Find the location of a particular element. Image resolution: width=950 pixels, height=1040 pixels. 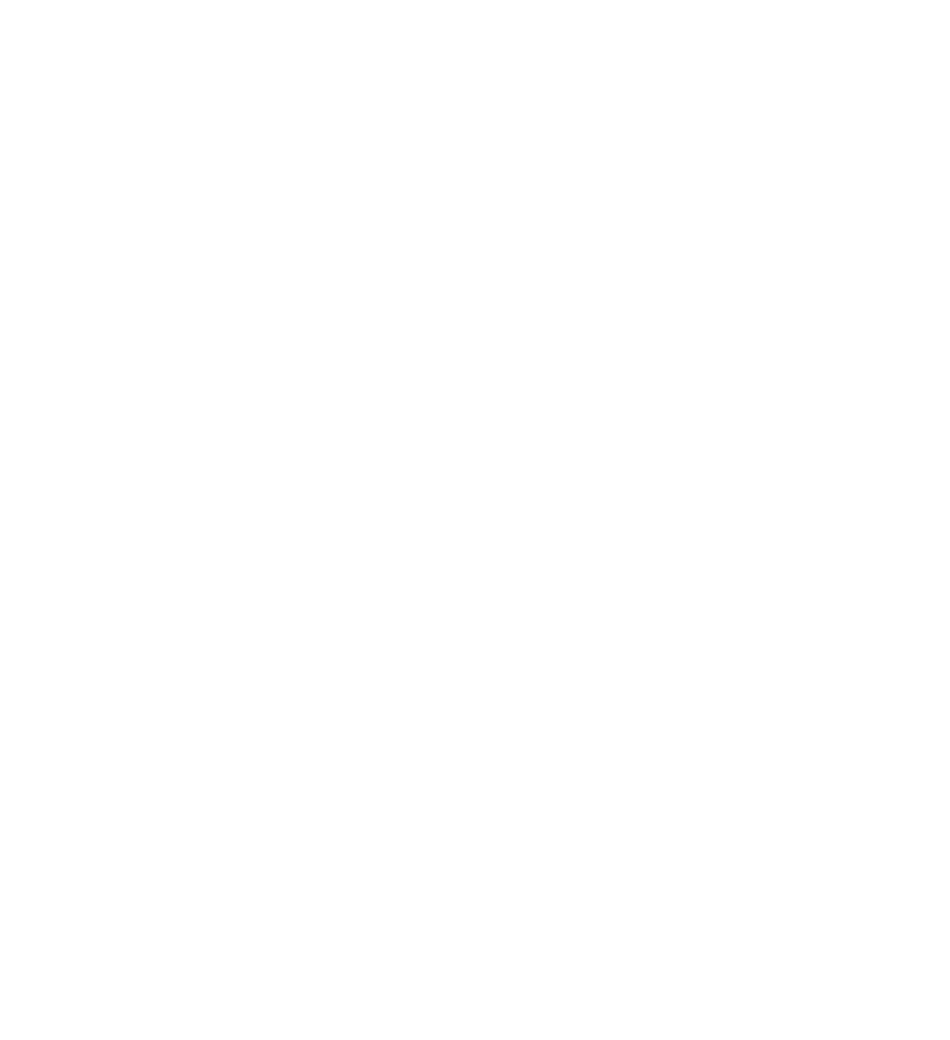

'Ganador del premio Best of the Best de Travellers' Choice en 2022' is located at coordinates (425, 721).